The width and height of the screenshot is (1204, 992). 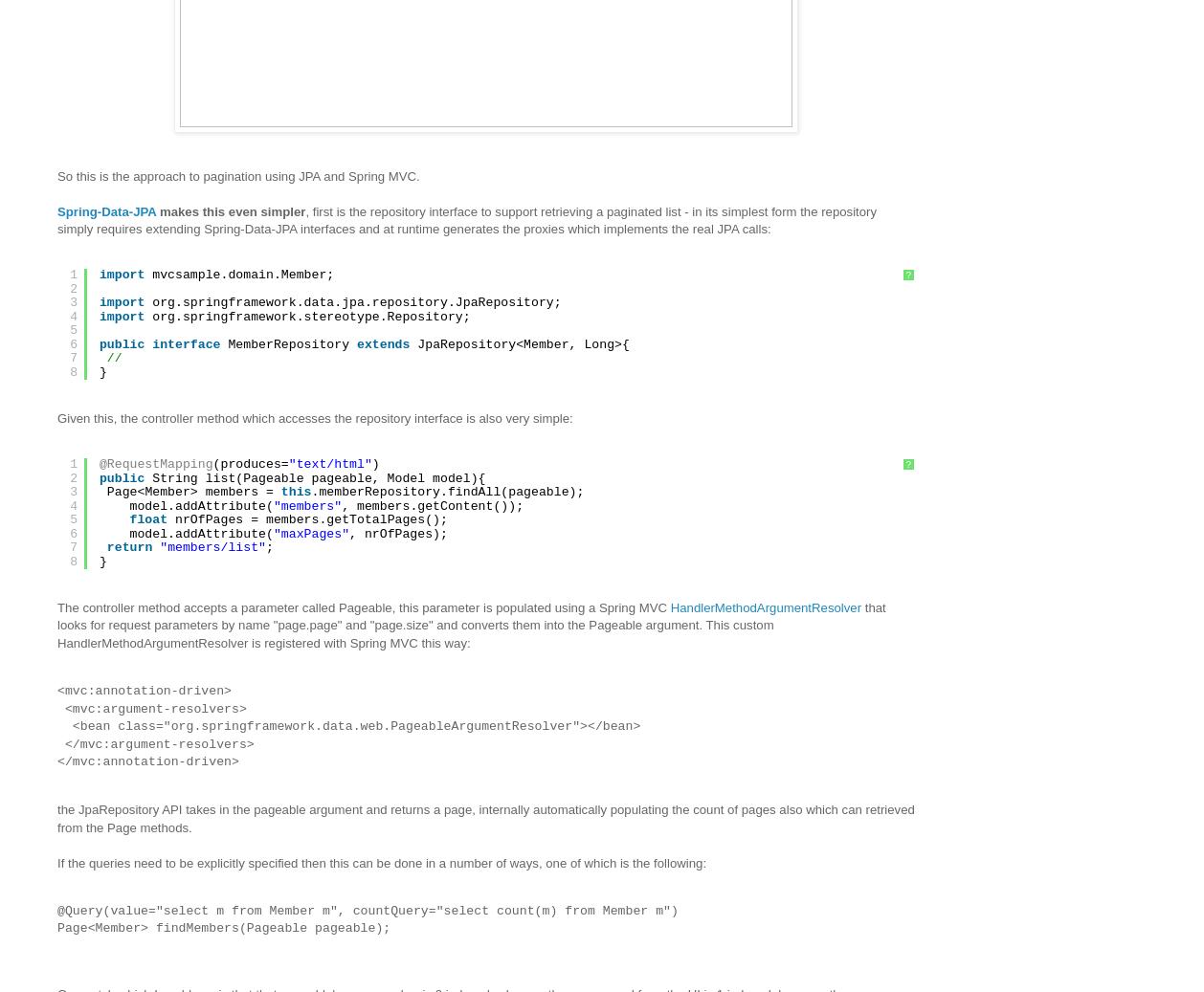 What do you see at coordinates (309, 315) in the screenshot?
I see `'org.springframework.stereotype.Repository;'` at bounding box center [309, 315].